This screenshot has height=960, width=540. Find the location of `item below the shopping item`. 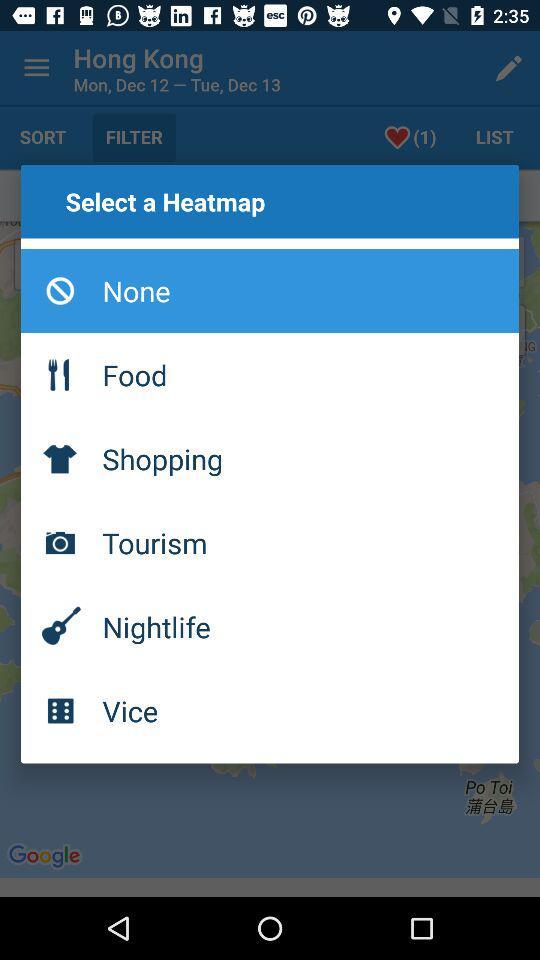

item below the shopping item is located at coordinates (270, 542).